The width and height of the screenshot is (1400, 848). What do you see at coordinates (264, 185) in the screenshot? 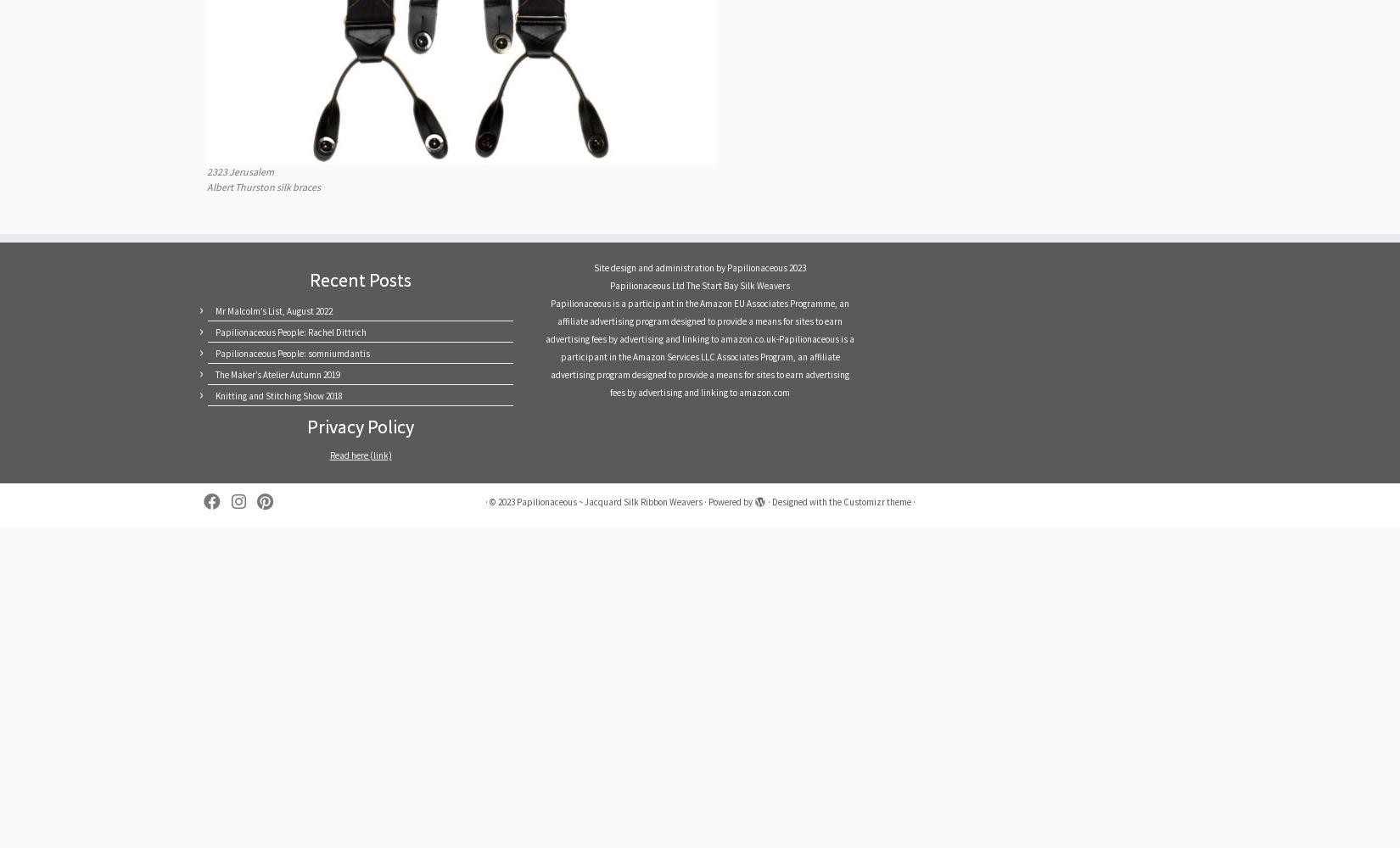
I see `'Albert Thurston silk braces'` at bounding box center [264, 185].